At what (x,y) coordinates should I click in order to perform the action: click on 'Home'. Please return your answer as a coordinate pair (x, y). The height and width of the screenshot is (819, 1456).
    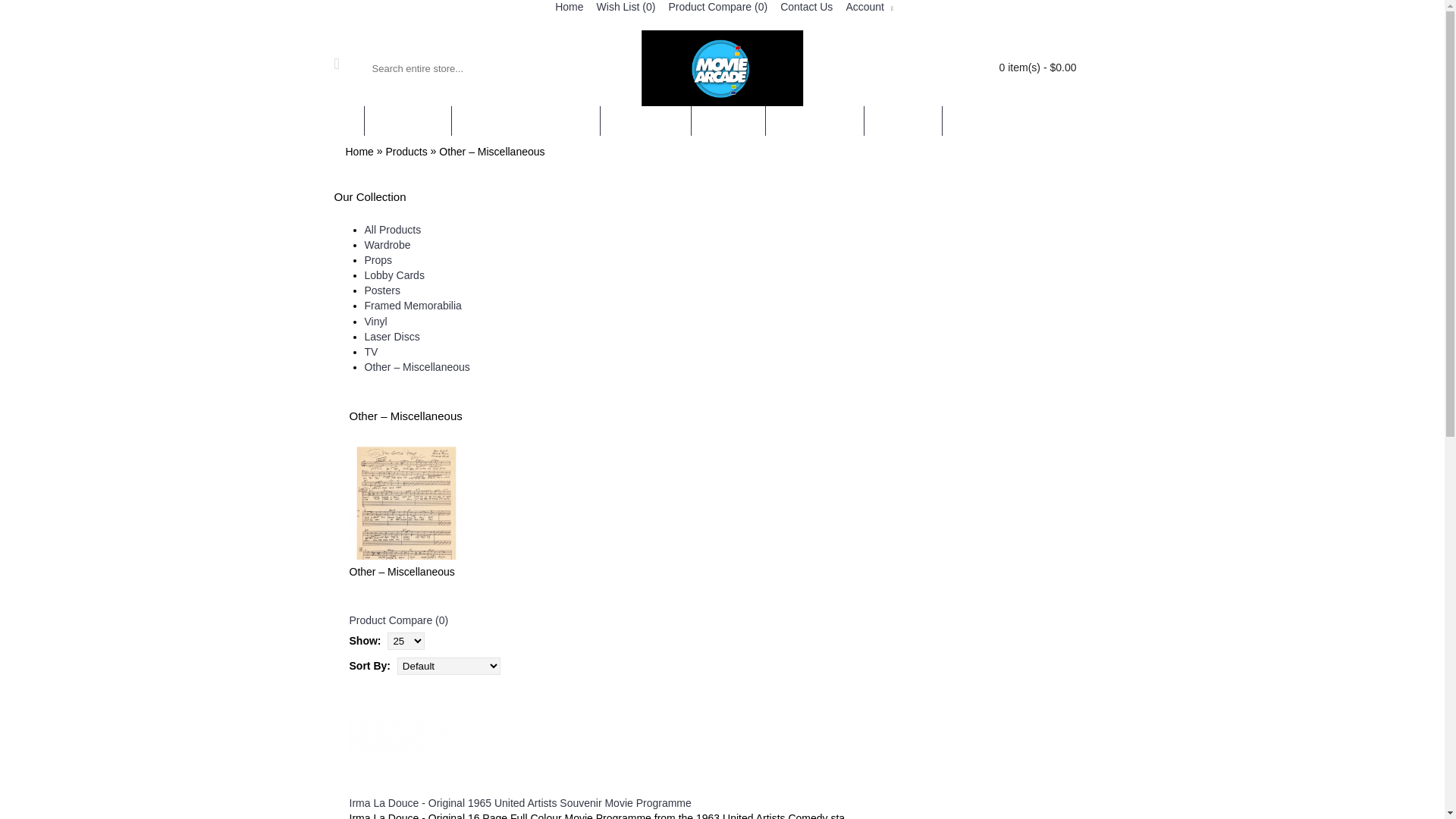
    Looking at the image, I should click on (359, 152).